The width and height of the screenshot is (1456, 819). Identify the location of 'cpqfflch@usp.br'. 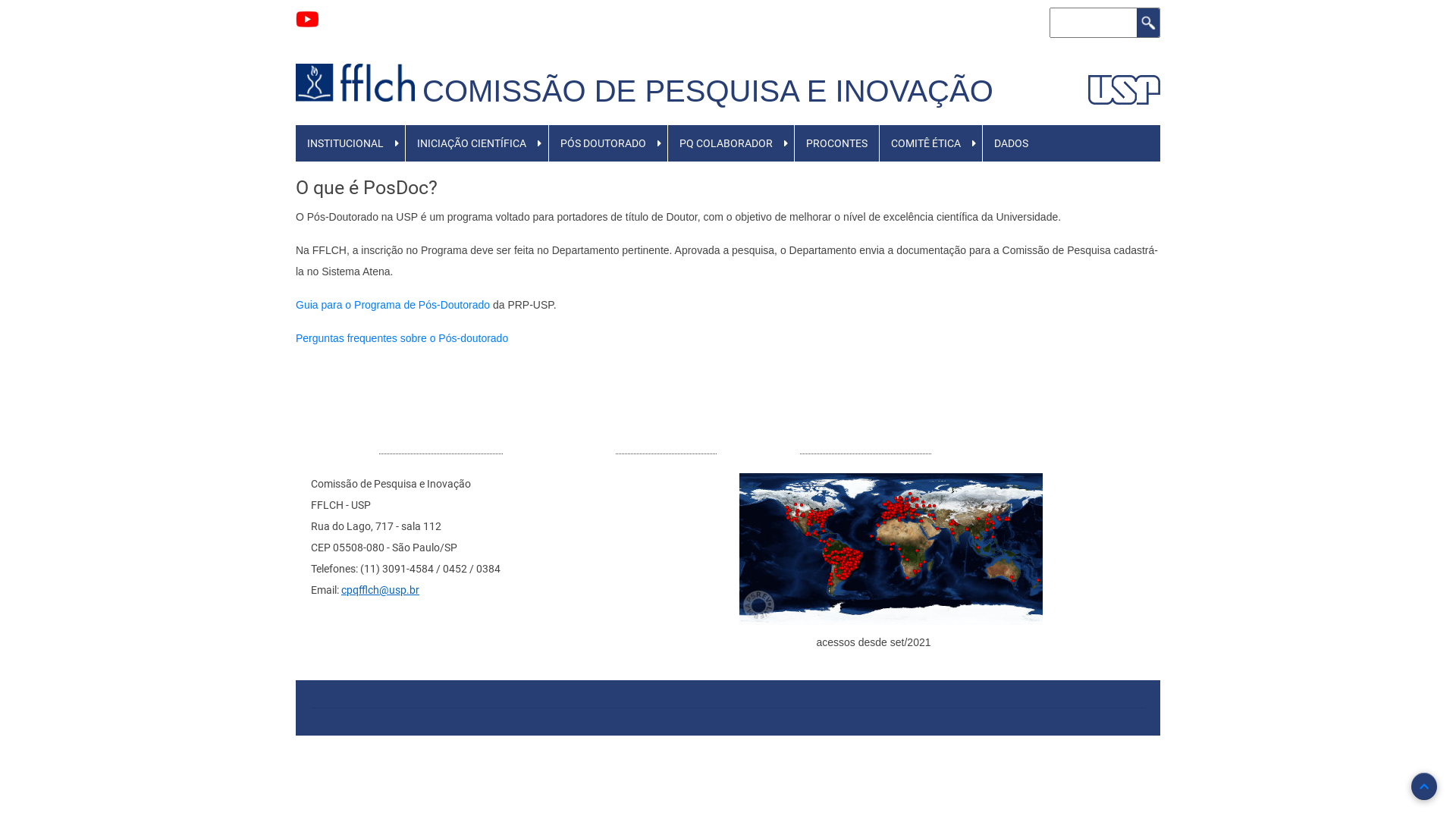
(340, 589).